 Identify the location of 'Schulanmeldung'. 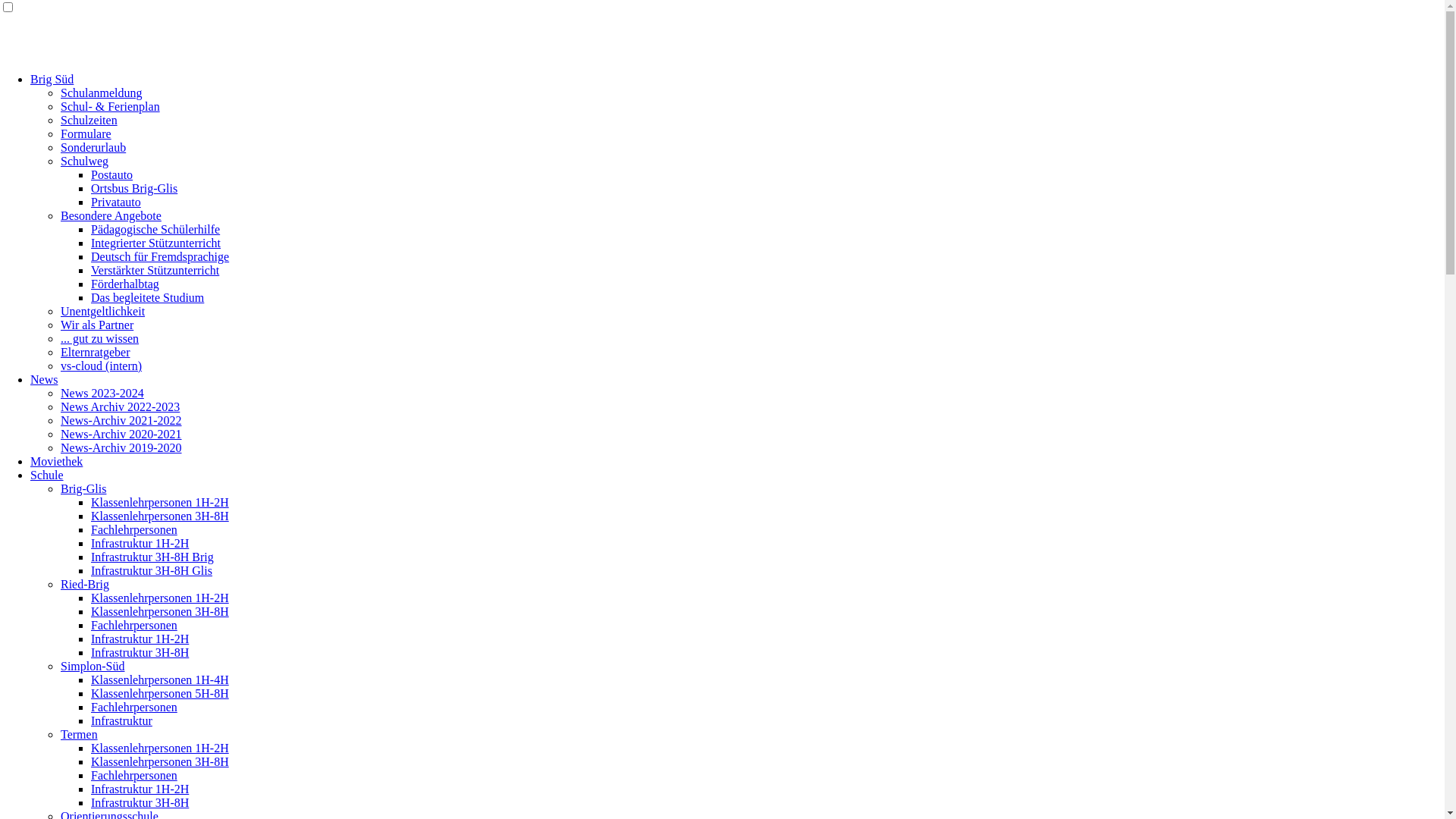
(101, 93).